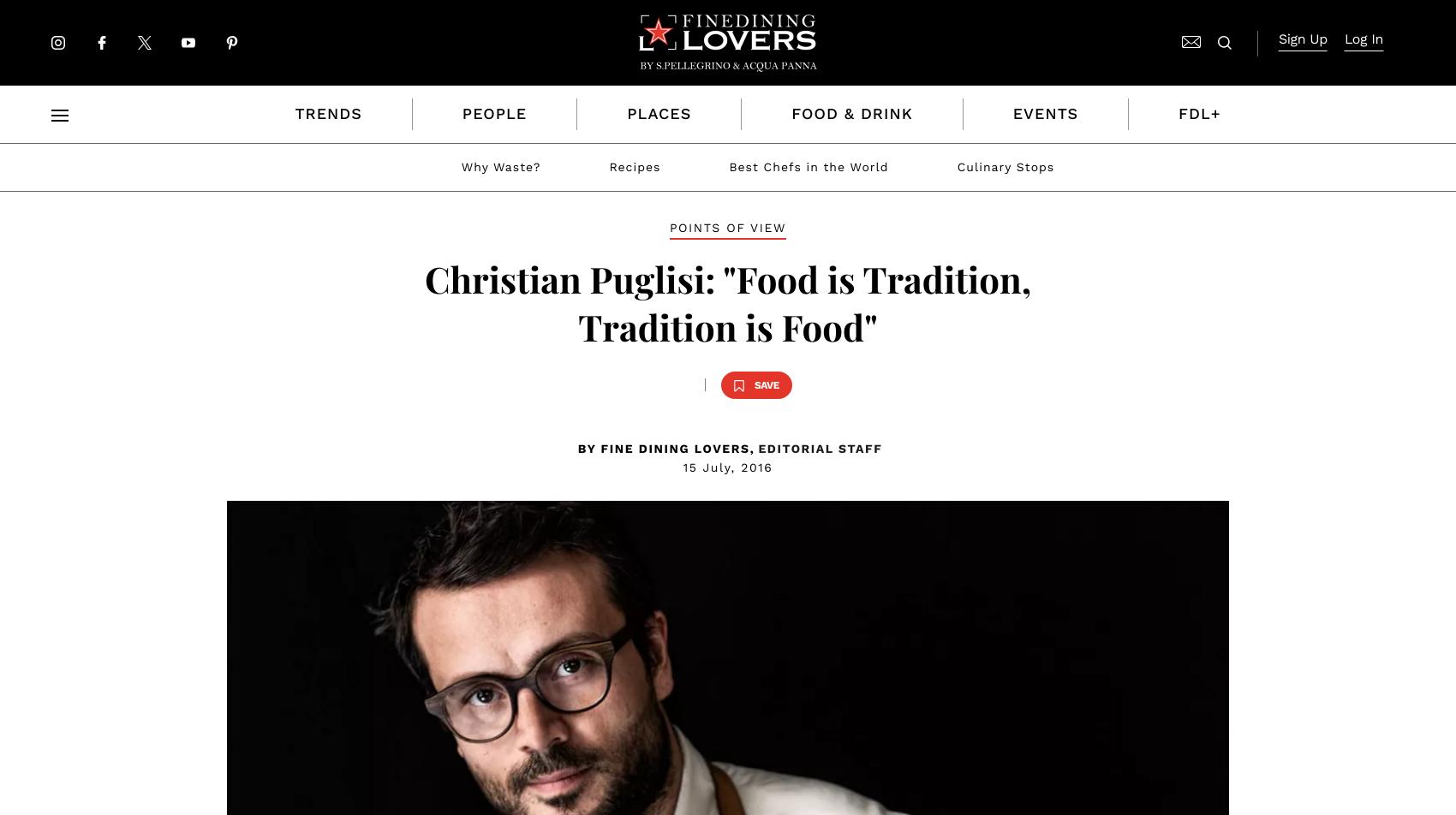  Describe the element at coordinates (586, 449) in the screenshot. I see `'BY'` at that location.